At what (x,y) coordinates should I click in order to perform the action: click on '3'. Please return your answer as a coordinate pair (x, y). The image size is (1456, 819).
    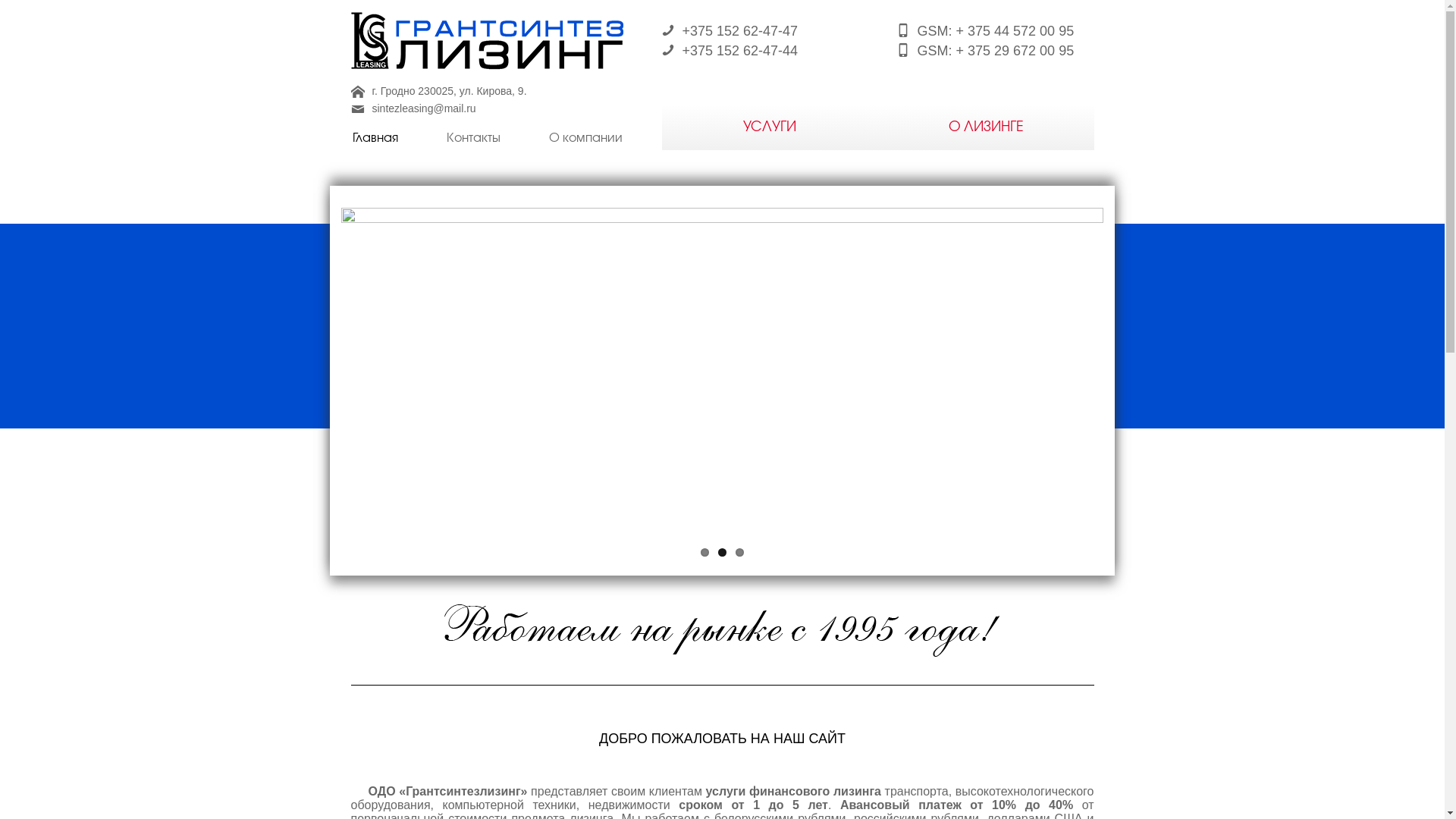
    Looking at the image, I should click on (739, 552).